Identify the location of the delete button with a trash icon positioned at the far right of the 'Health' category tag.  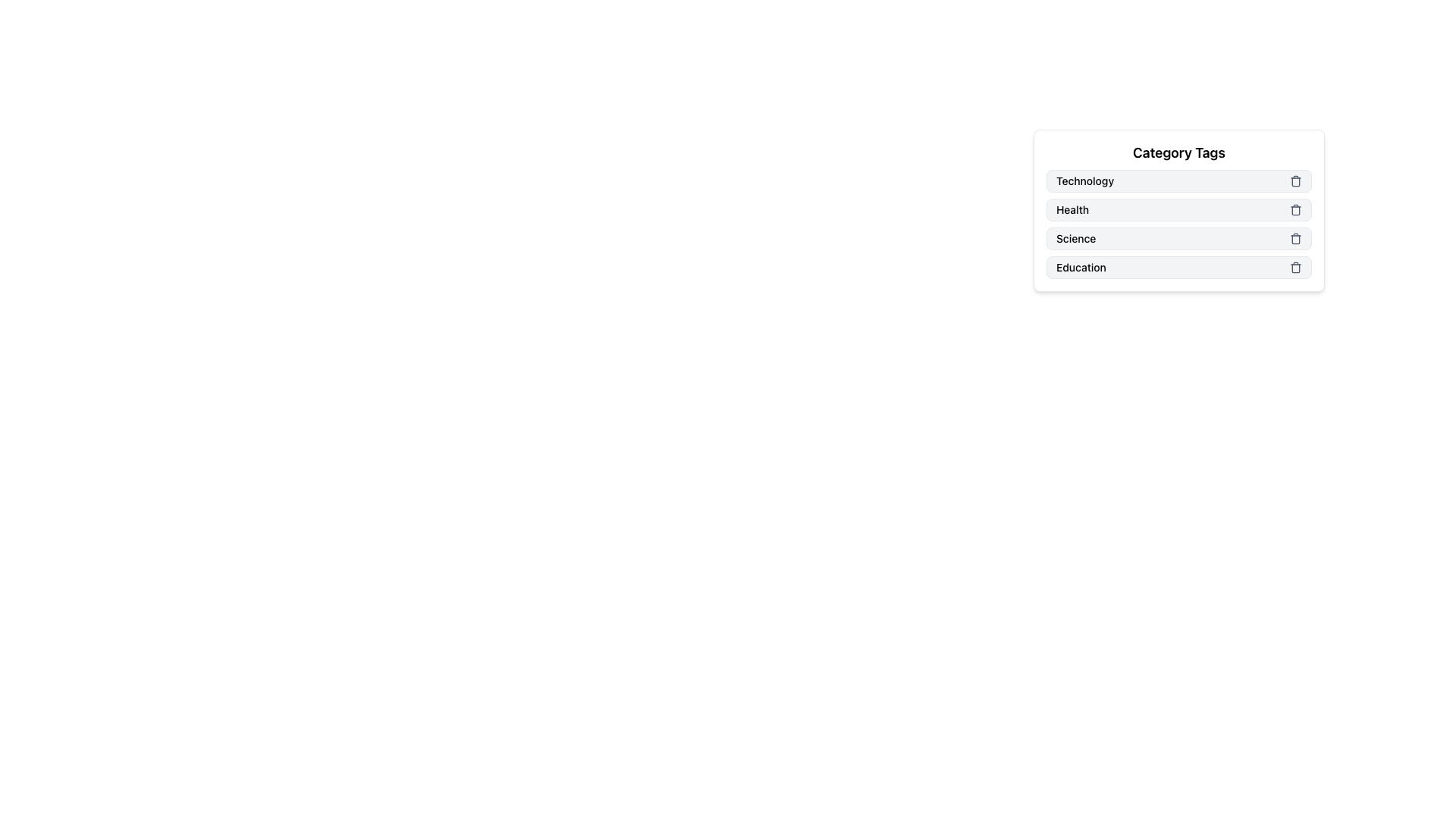
(1294, 210).